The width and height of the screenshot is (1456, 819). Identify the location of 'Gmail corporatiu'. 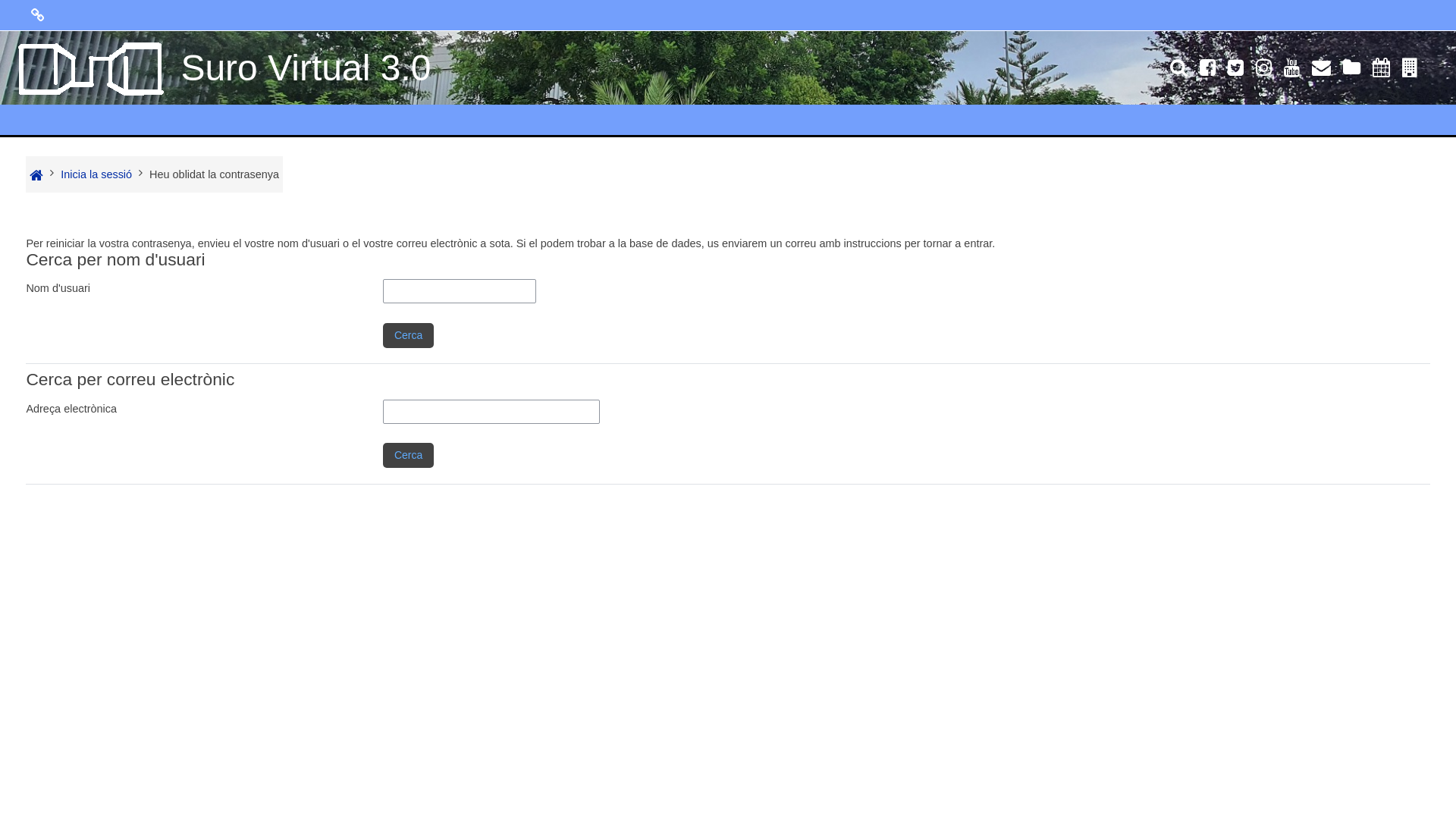
(1320, 70).